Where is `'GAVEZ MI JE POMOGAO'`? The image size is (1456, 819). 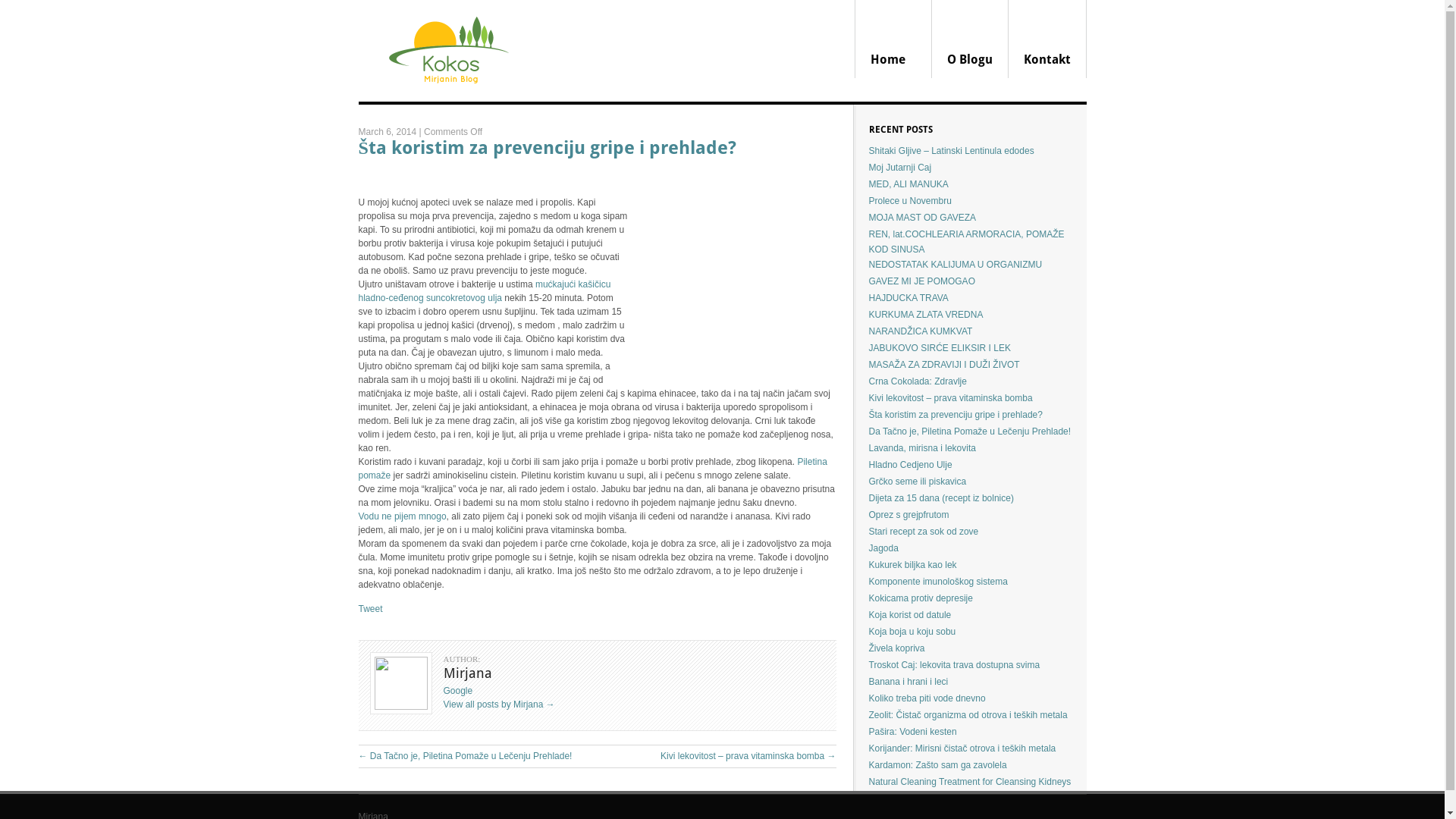
'GAVEZ MI JE POMOGAO' is located at coordinates (869, 281).